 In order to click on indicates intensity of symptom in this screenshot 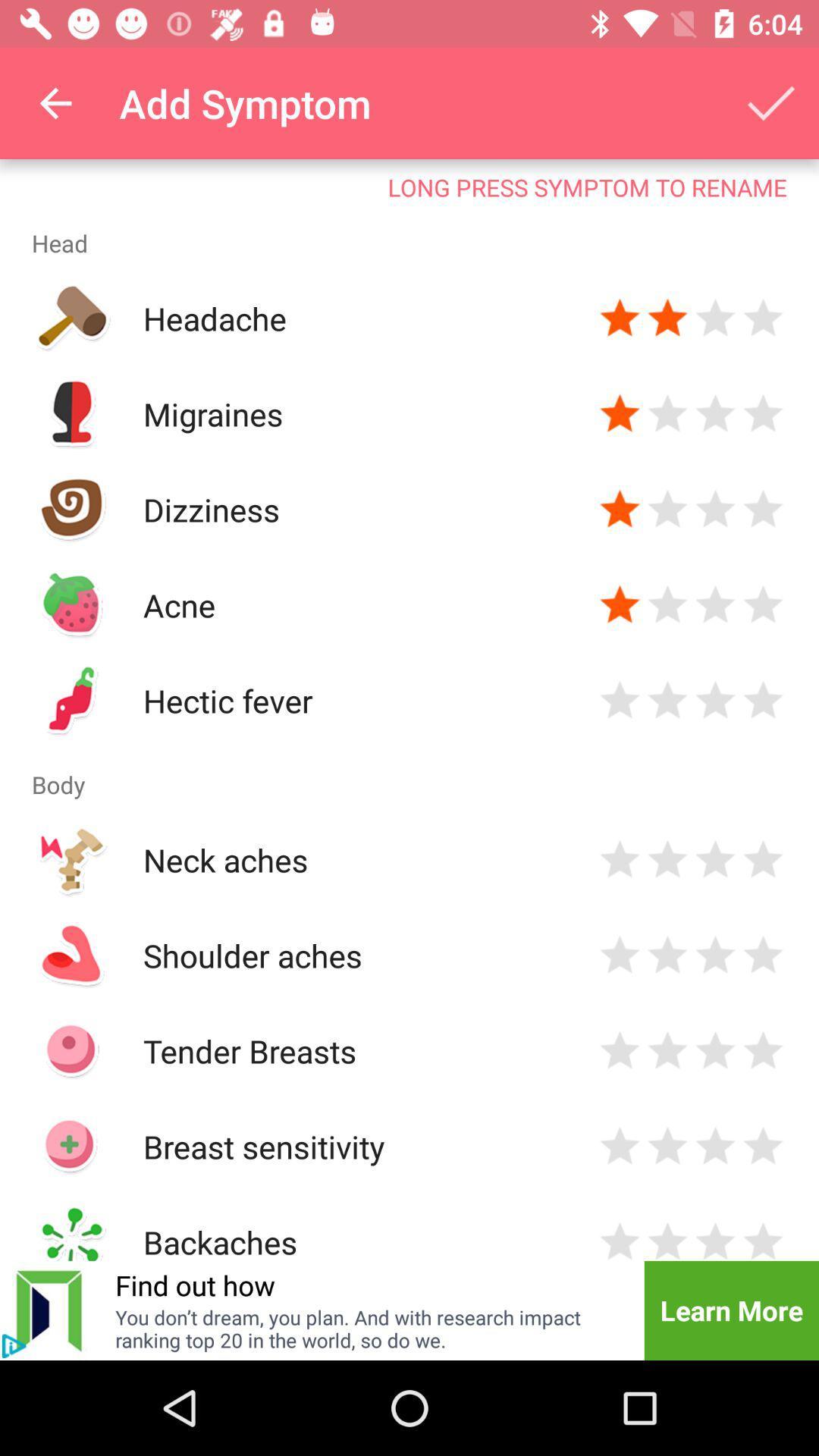, I will do `click(763, 954)`.